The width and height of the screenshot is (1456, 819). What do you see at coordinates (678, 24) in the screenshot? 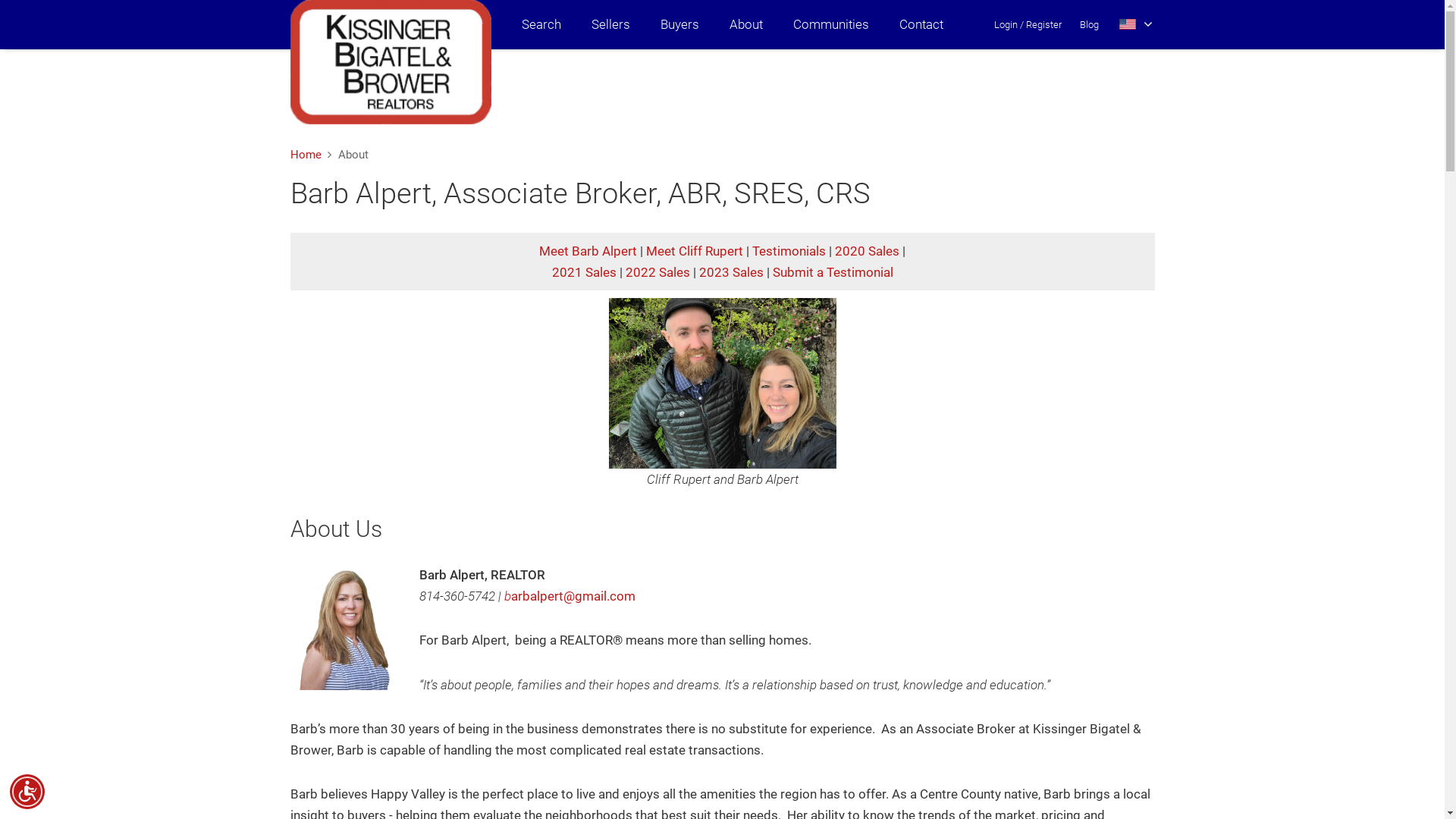
I see `'Buyers'` at bounding box center [678, 24].